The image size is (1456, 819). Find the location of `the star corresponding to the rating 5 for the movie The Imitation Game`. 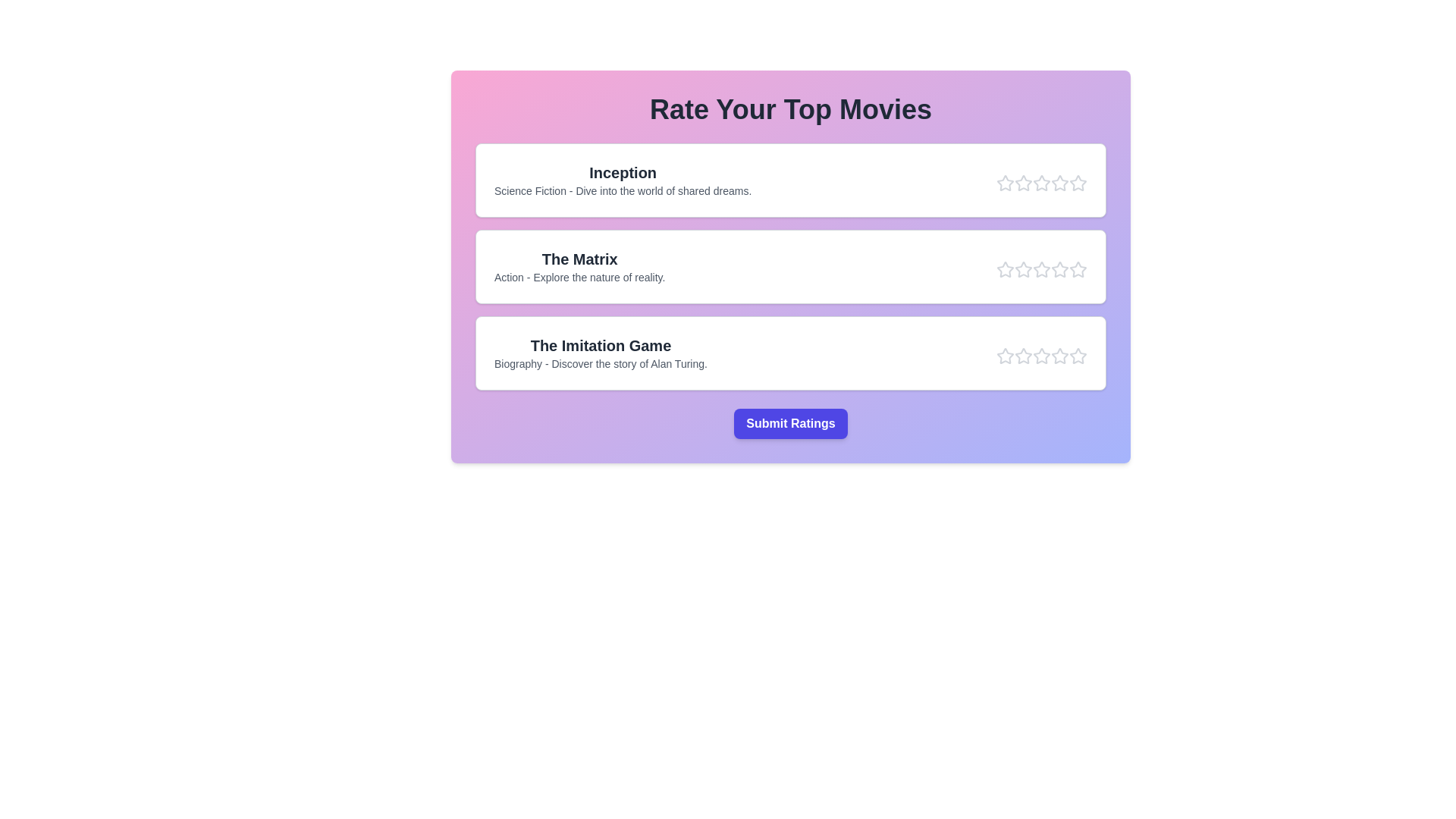

the star corresponding to the rating 5 for the movie The Imitation Game is located at coordinates (1077, 356).